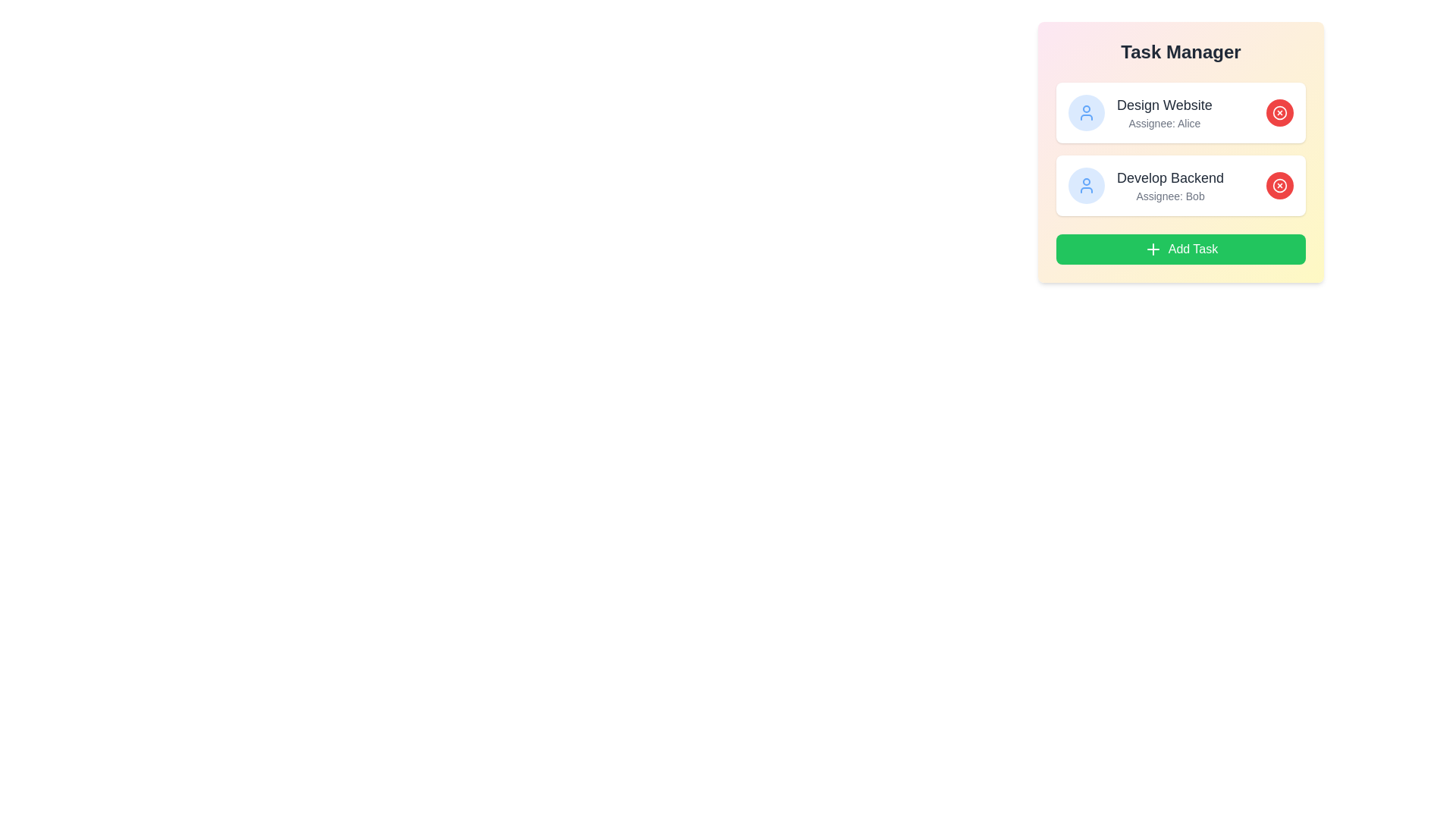 The width and height of the screenshot is (1456, 819). What do you see at coordinates (1153, 248) in the screenshot?
I see `the plus icon located on the left side of the 'Add Task' button` at bounding box center [1153, 248].